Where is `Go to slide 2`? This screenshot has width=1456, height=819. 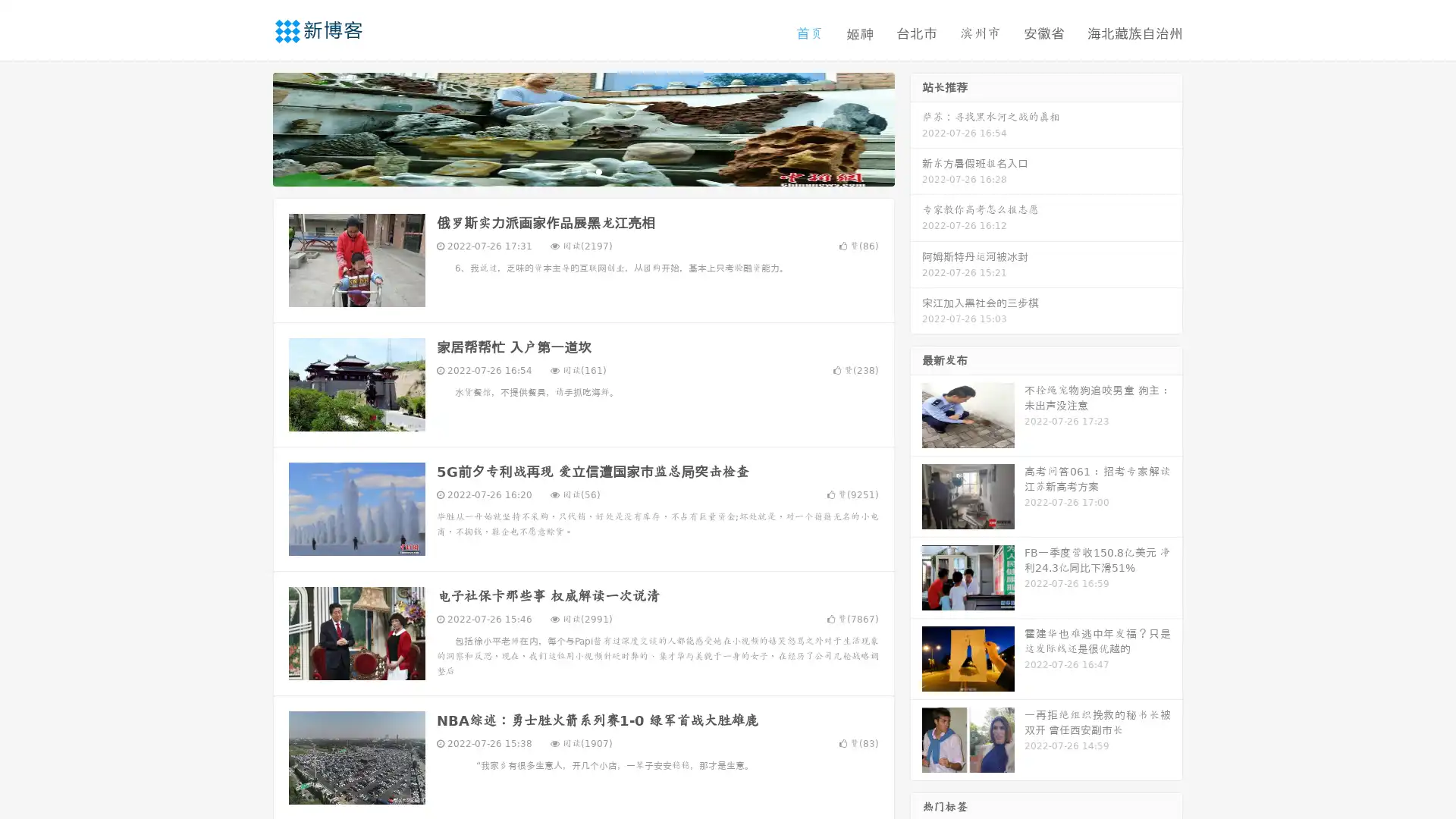
Go to slide 2 is located at coordinates (582, 171).